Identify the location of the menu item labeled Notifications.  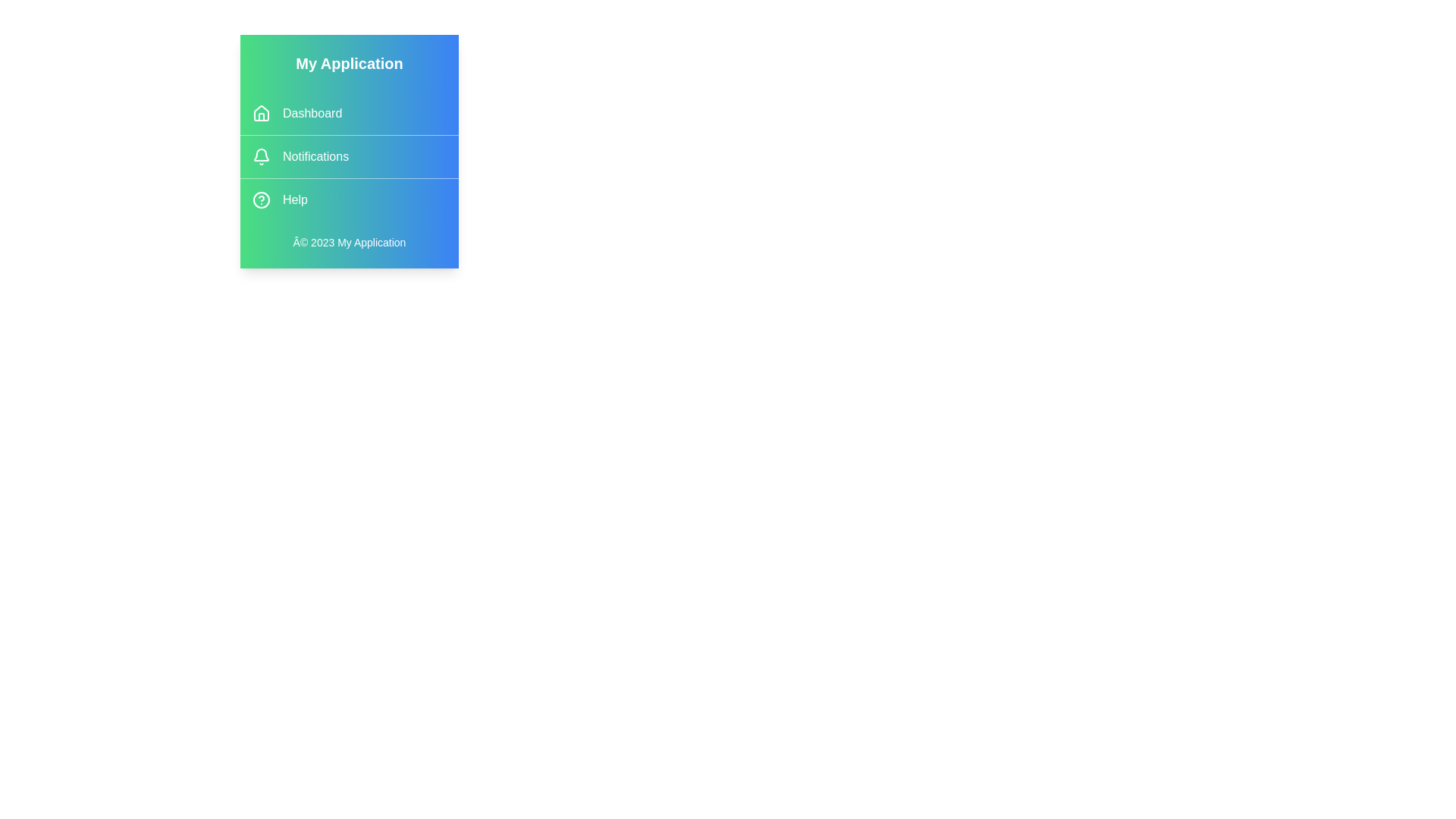
(348, 157).